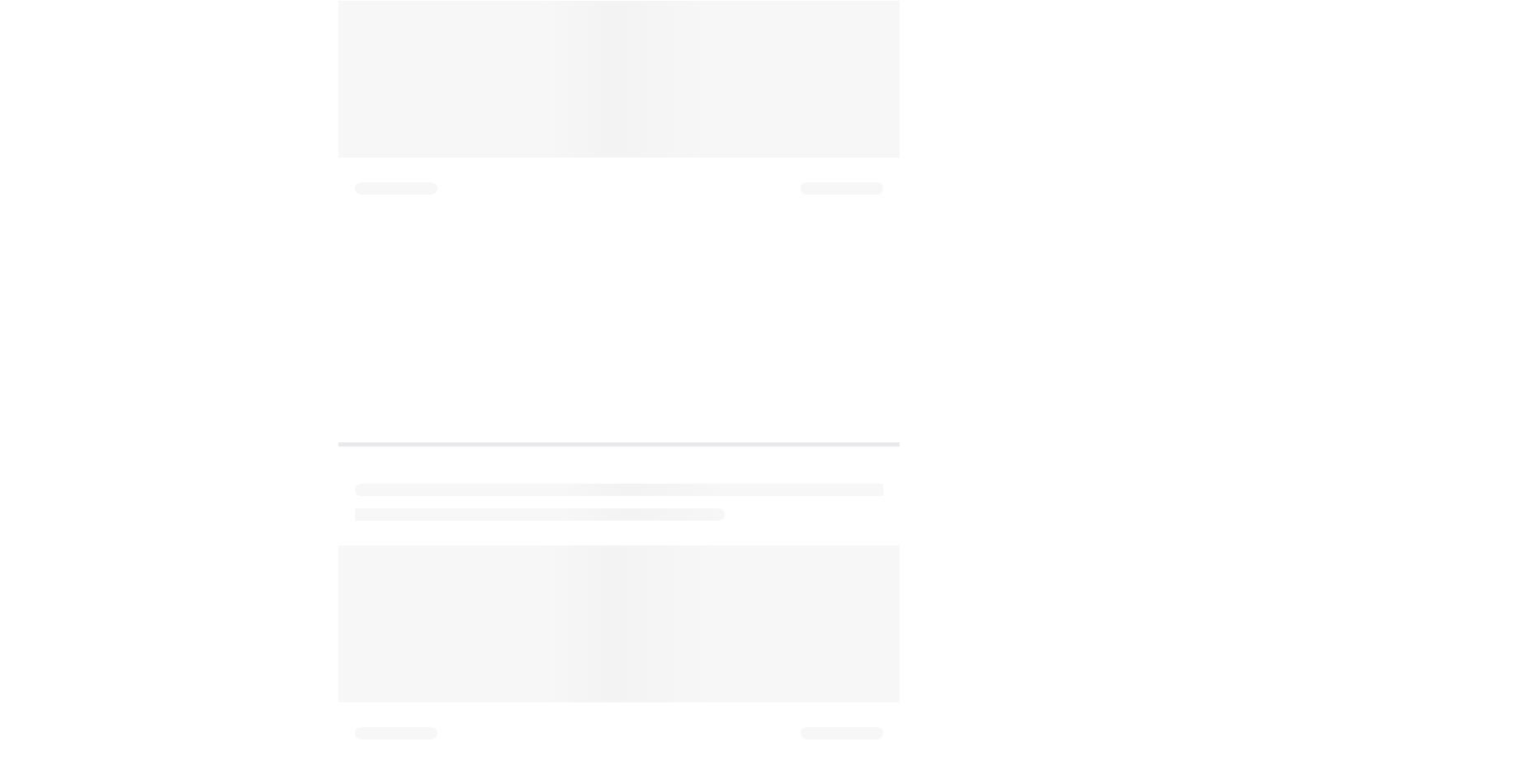 Image resolution: width=1527 pixels, height=784 pixels. I want to click on 'Like us on Facebook', so click(464, 234).